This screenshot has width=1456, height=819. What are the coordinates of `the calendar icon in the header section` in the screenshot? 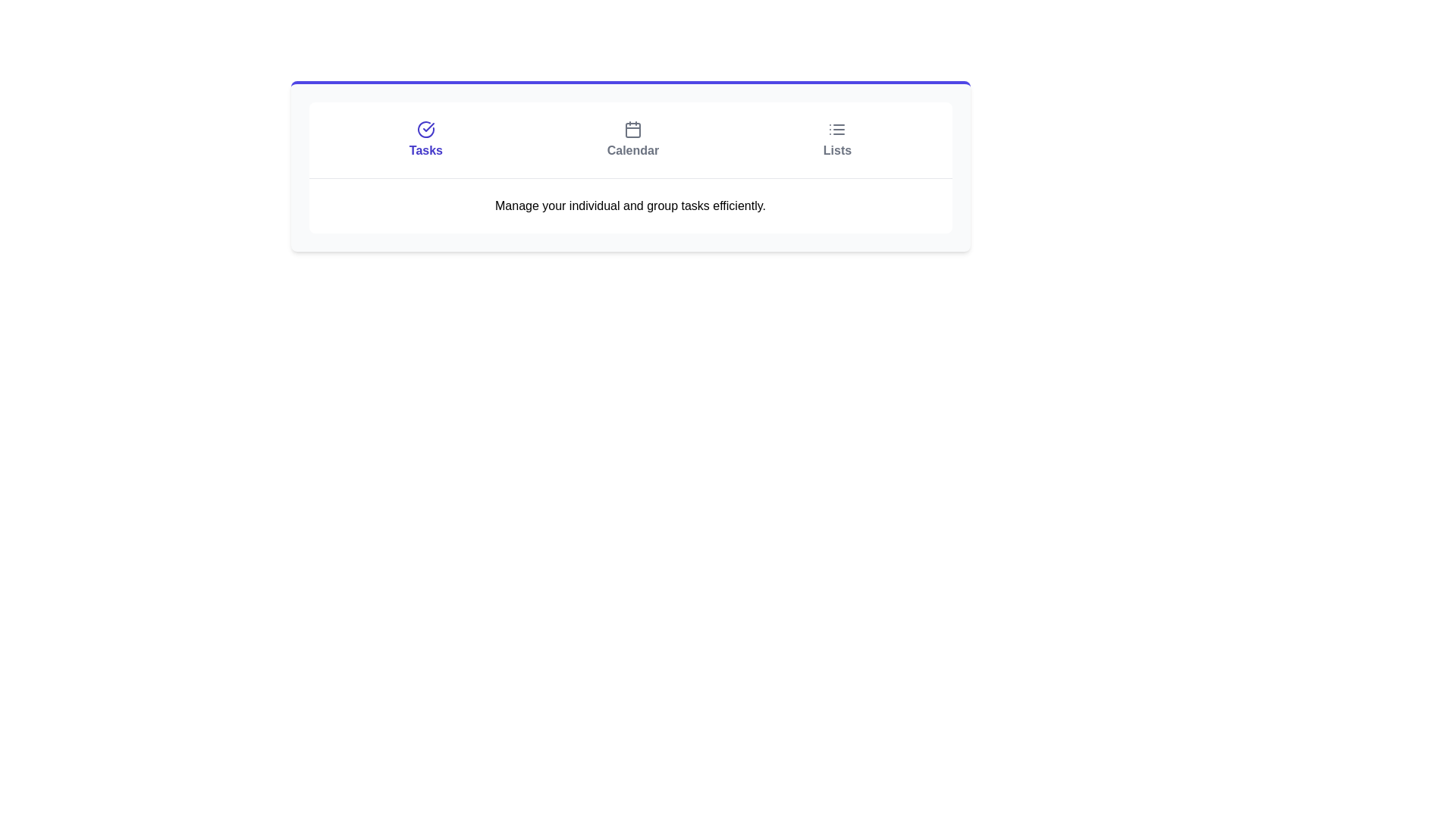 It's located at (632, 128).